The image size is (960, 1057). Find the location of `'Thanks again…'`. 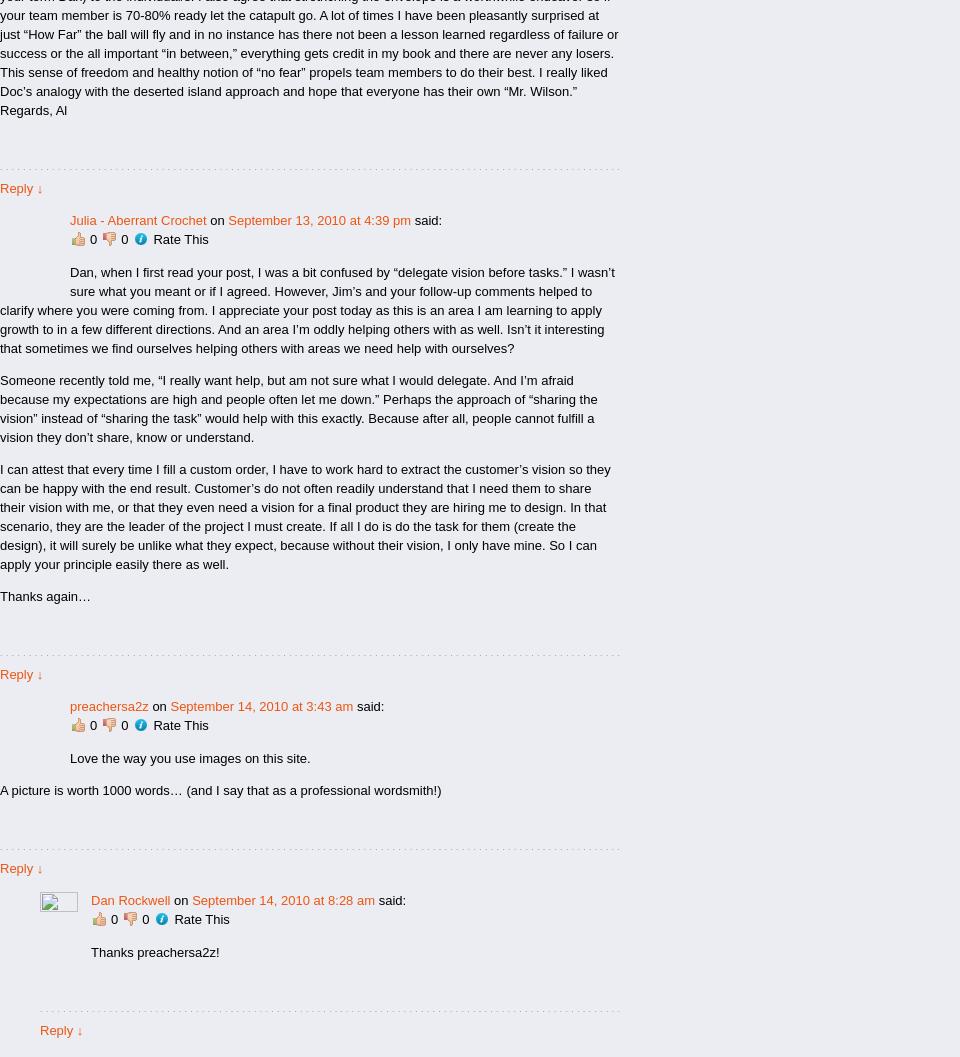

'Thanks again…' is located at coordinates (44, 595).